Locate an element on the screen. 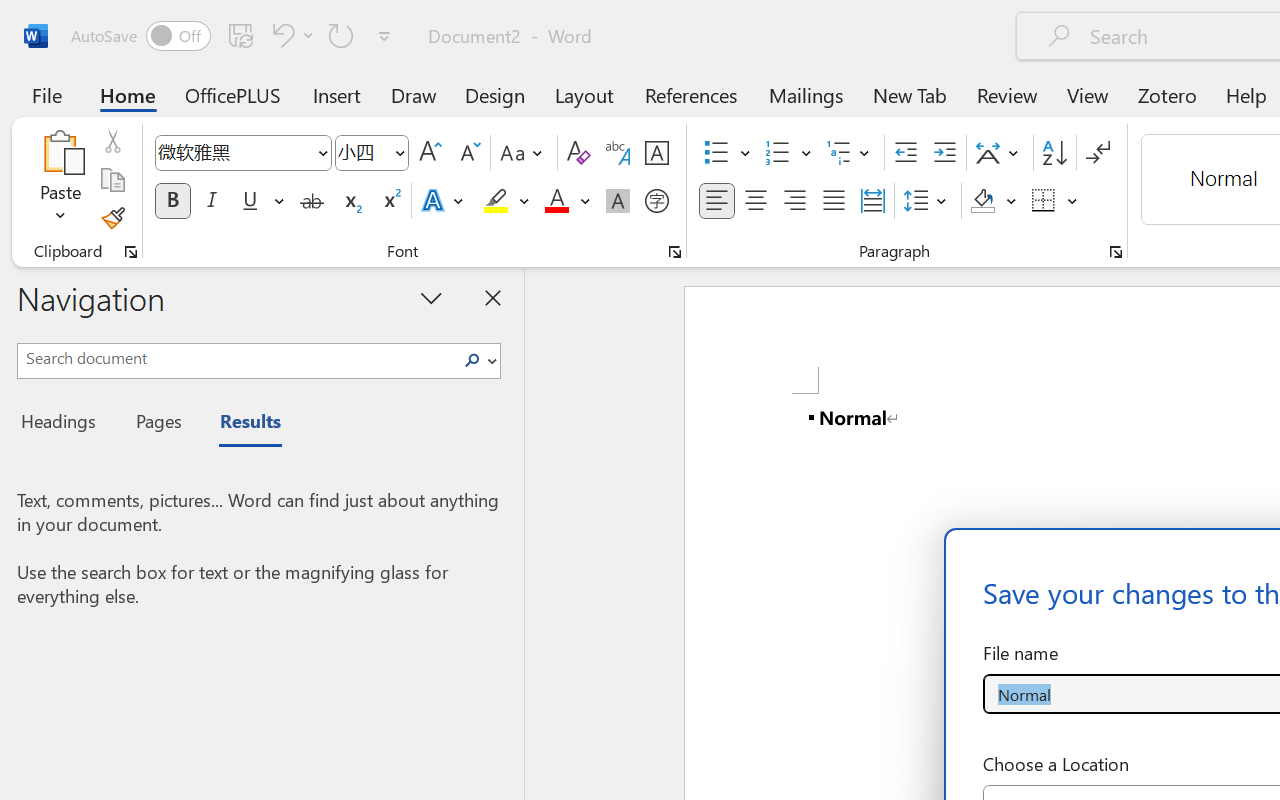  'Office Clipboard...' is located at coordinates (130, 251).